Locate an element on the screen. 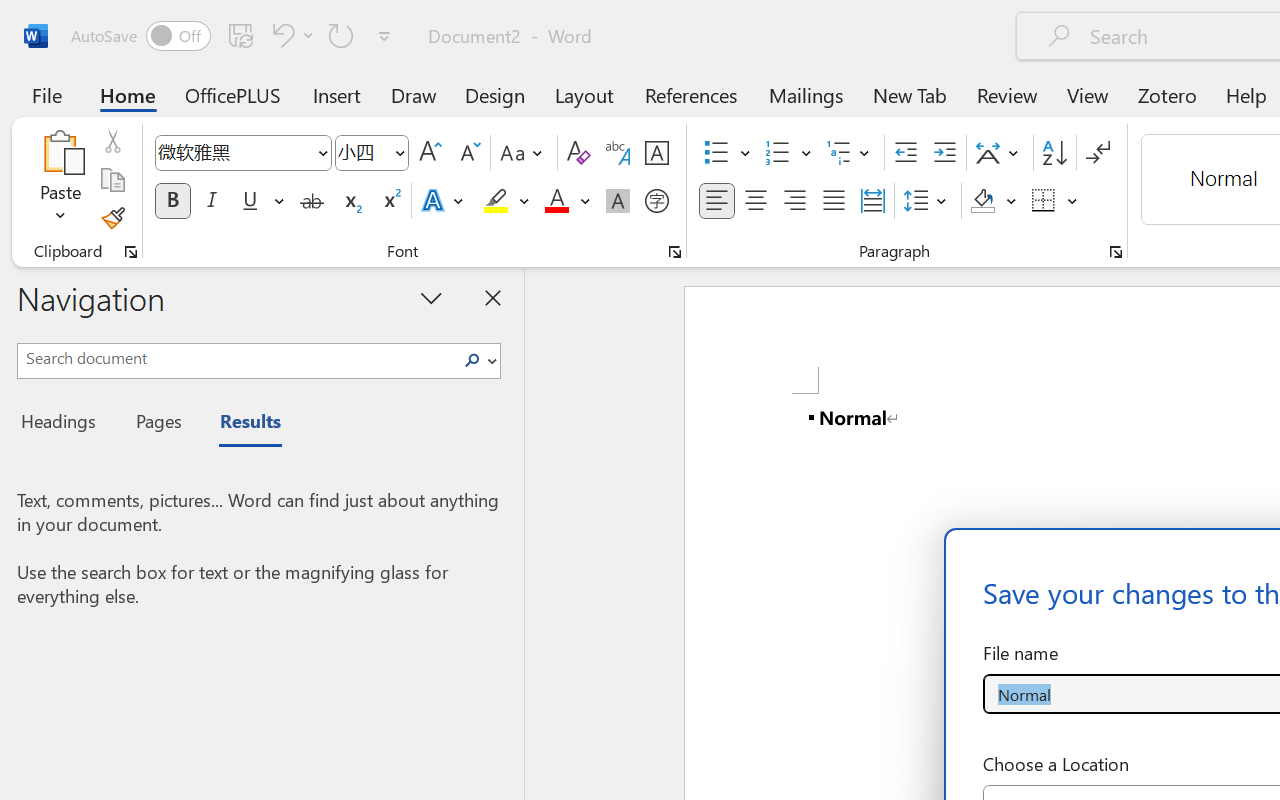  'Office Clipboard...' is located at coordinates (130, 251).